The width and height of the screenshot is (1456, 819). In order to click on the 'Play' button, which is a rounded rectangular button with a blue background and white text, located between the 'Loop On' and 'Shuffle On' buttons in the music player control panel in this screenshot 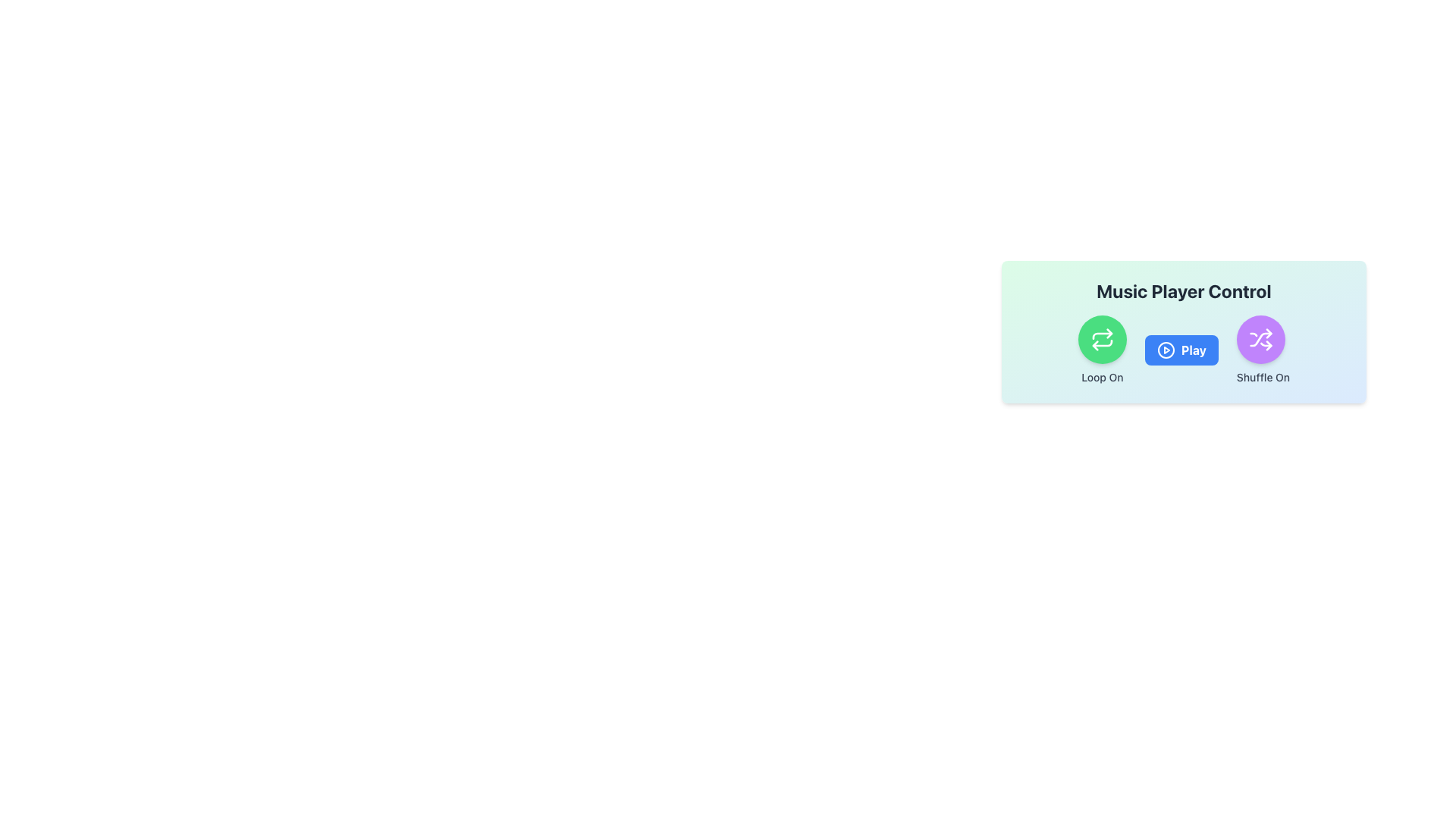, I will do `click(1181, 350)`.